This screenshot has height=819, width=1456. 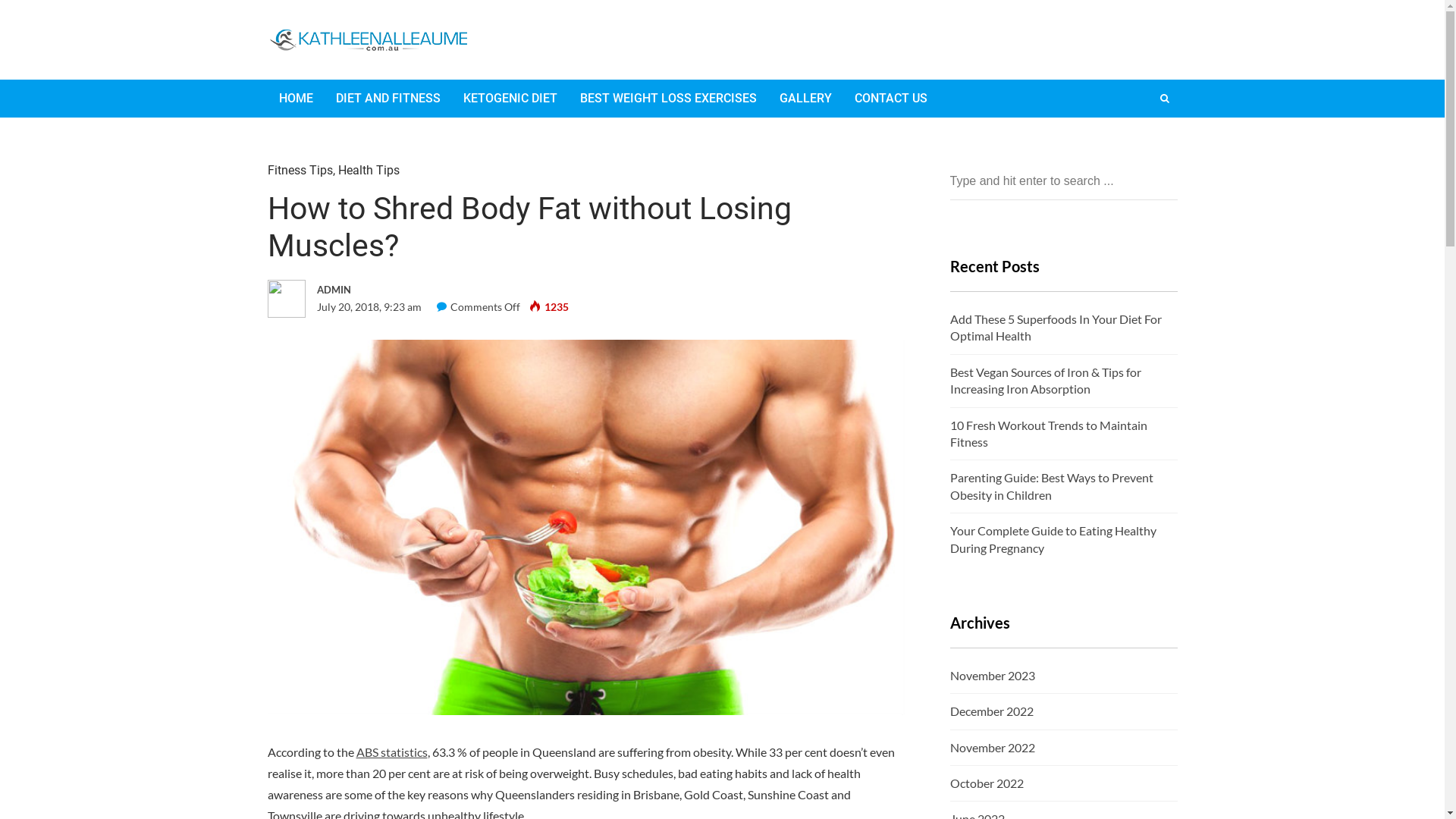 I want to click on 'October 2022', so click(x=986, y=783).